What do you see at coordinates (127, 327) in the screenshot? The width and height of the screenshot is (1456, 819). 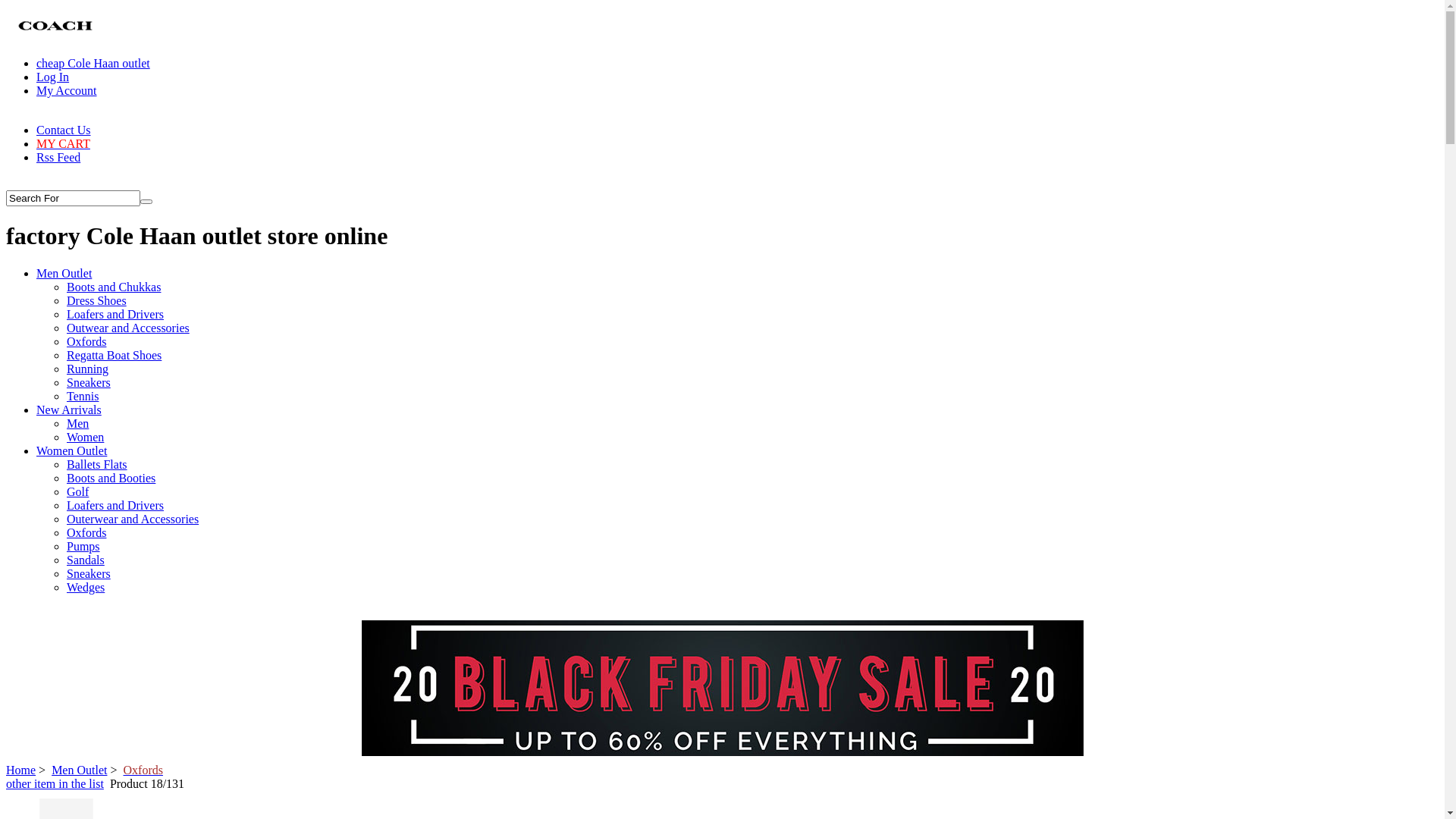 I see `'Outwear and Accessories'` at bounding box center [127, 327].